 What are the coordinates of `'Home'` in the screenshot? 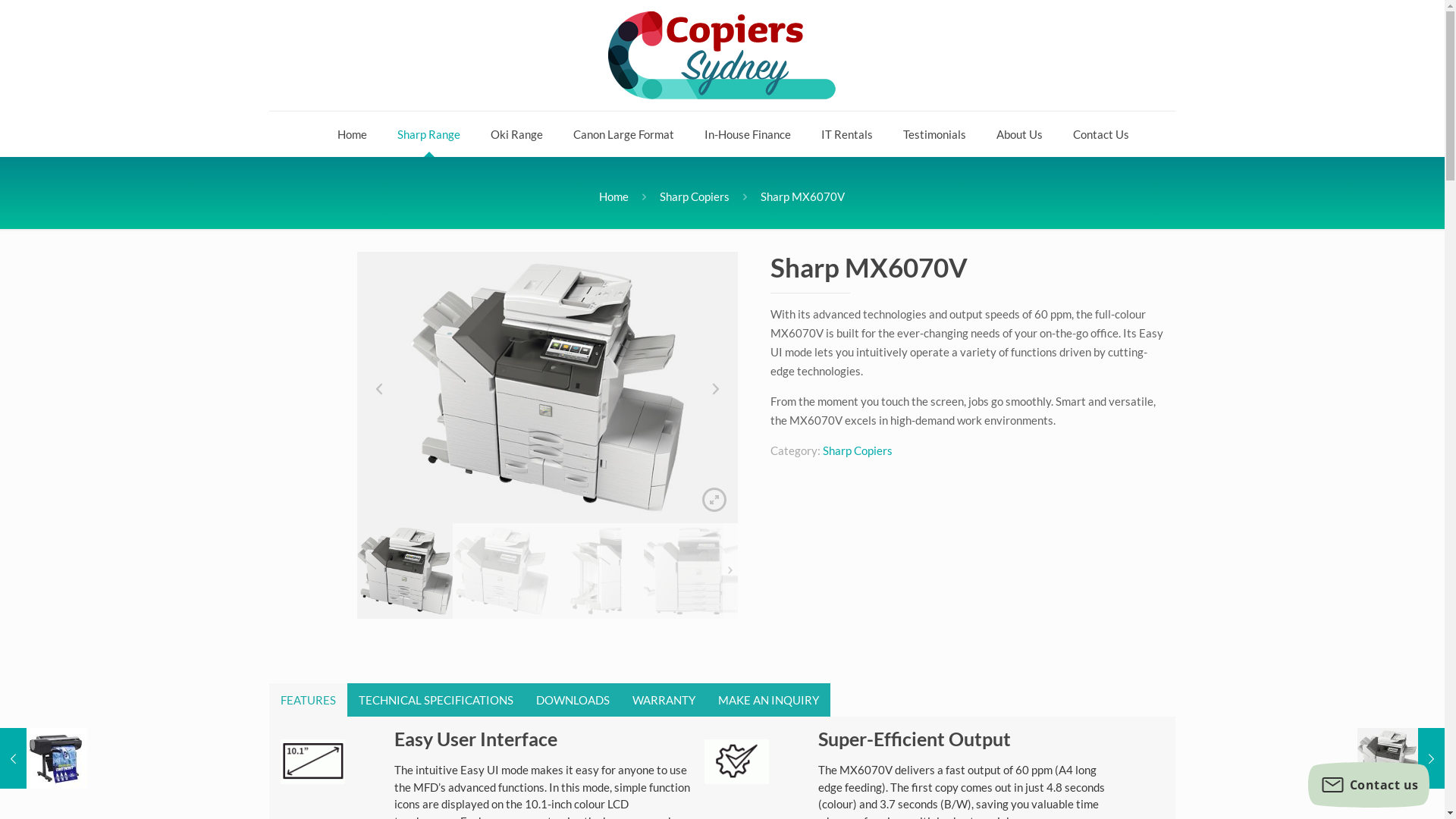 It's located at (351, 133).